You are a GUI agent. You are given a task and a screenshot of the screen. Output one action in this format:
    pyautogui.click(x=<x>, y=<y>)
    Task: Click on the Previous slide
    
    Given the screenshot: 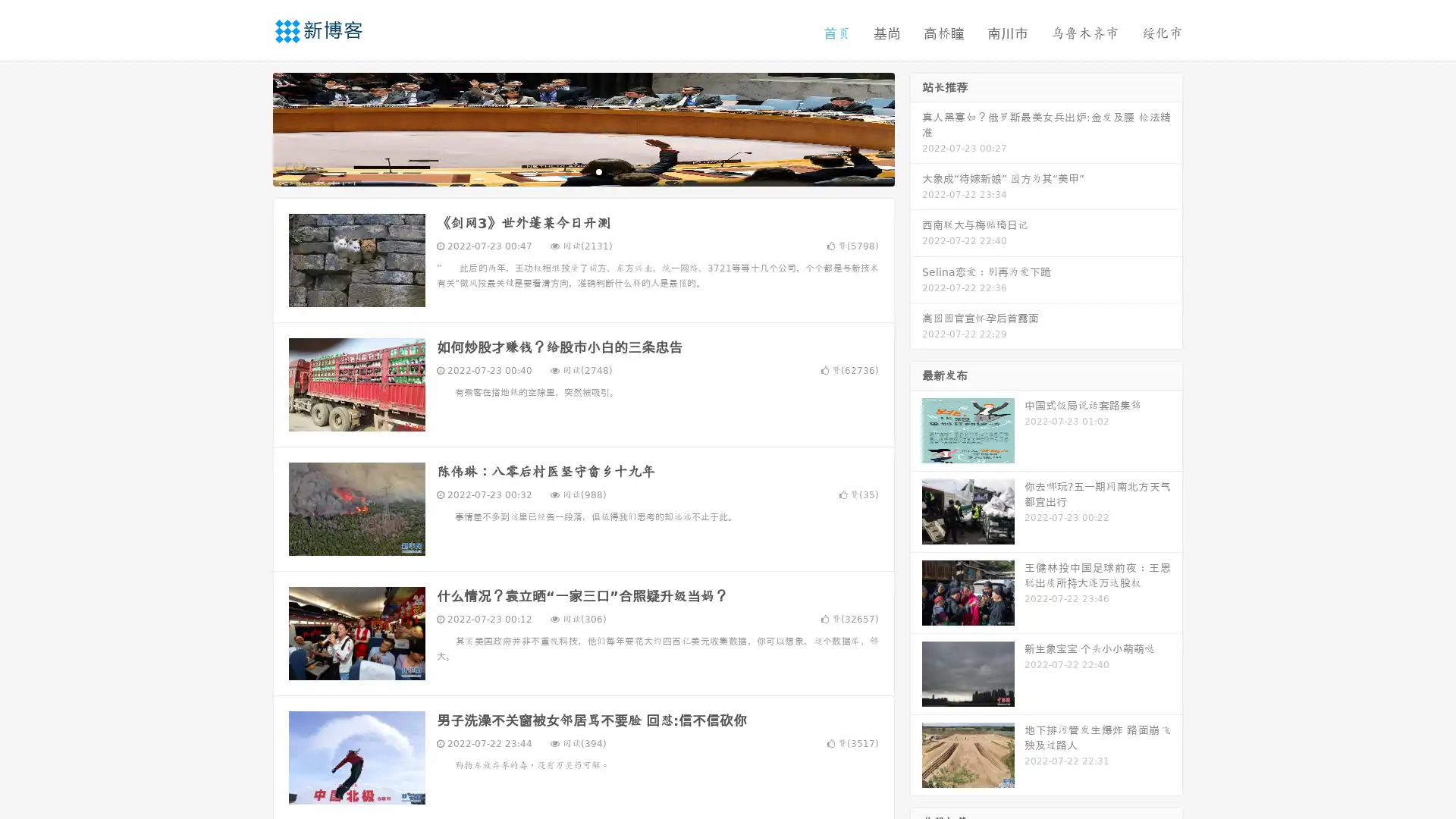 What is the action you would take?
    pyautogui.click(x=250, y=127)
    